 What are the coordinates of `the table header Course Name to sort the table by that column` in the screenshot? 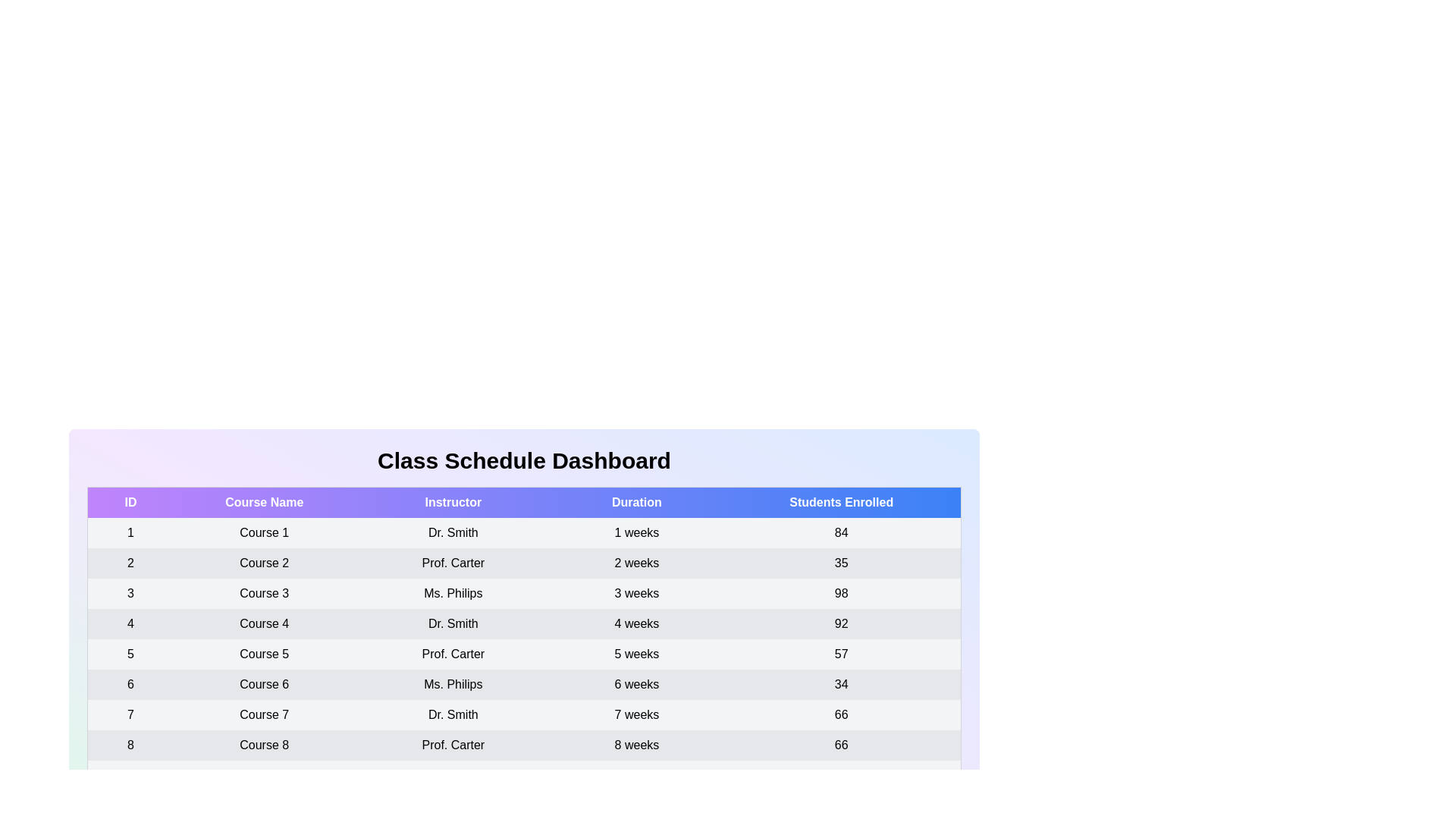 It's located at (264, 502).